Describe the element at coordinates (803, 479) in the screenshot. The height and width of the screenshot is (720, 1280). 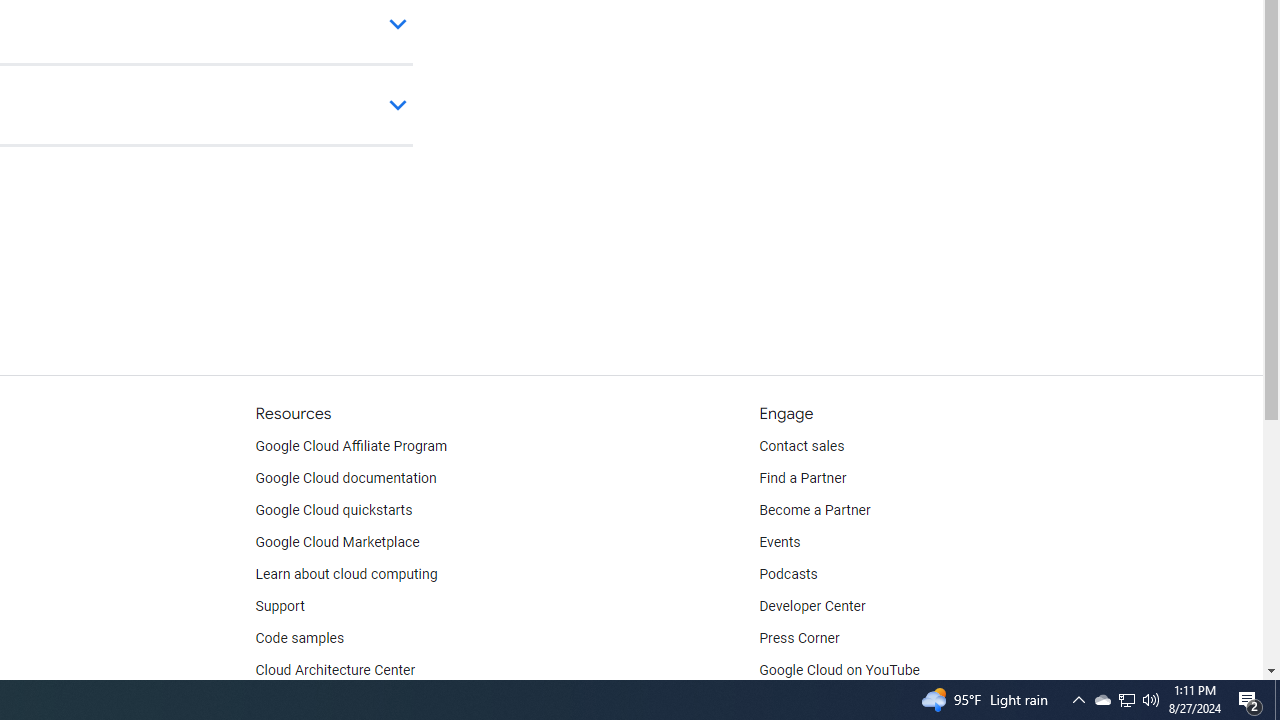
I see `'Find a Partner'` at that location.